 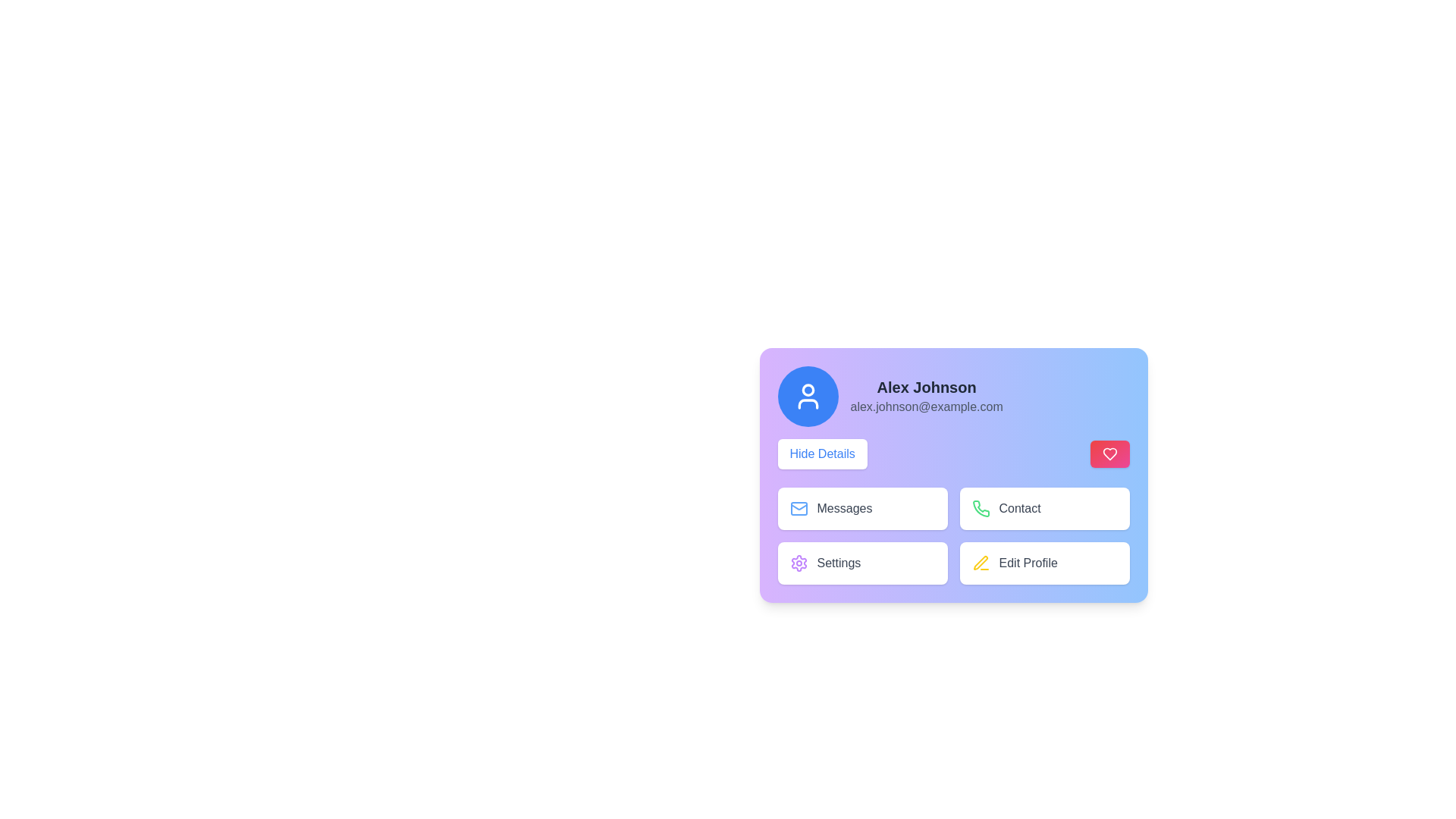 I want to click on the name 'Alex Johnson' displayed prominently in bold font on the Information display panel, so click(x=952, y=396).